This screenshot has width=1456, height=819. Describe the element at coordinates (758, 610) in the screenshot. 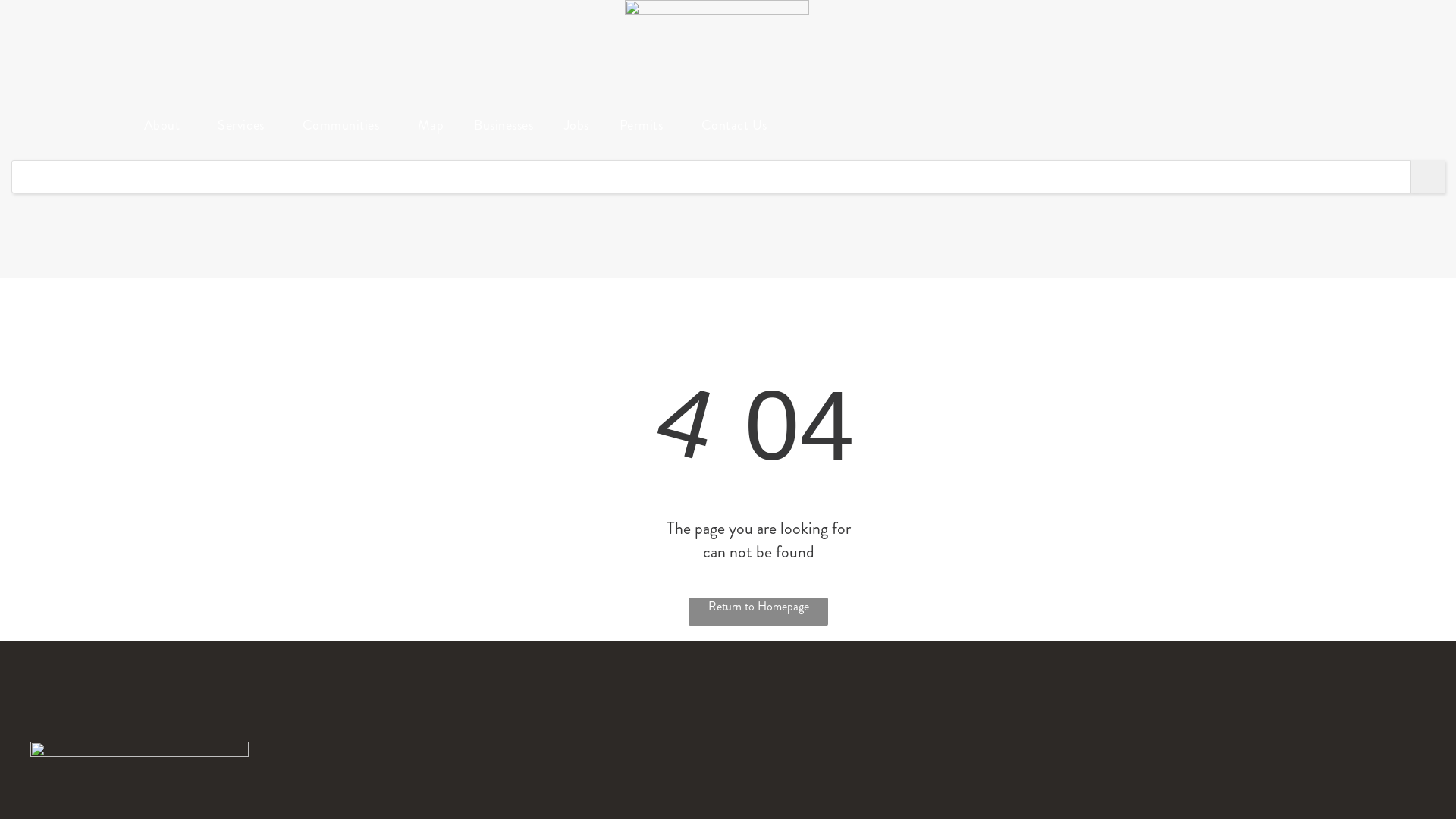

I see `'Return to Homepage'` at that location.